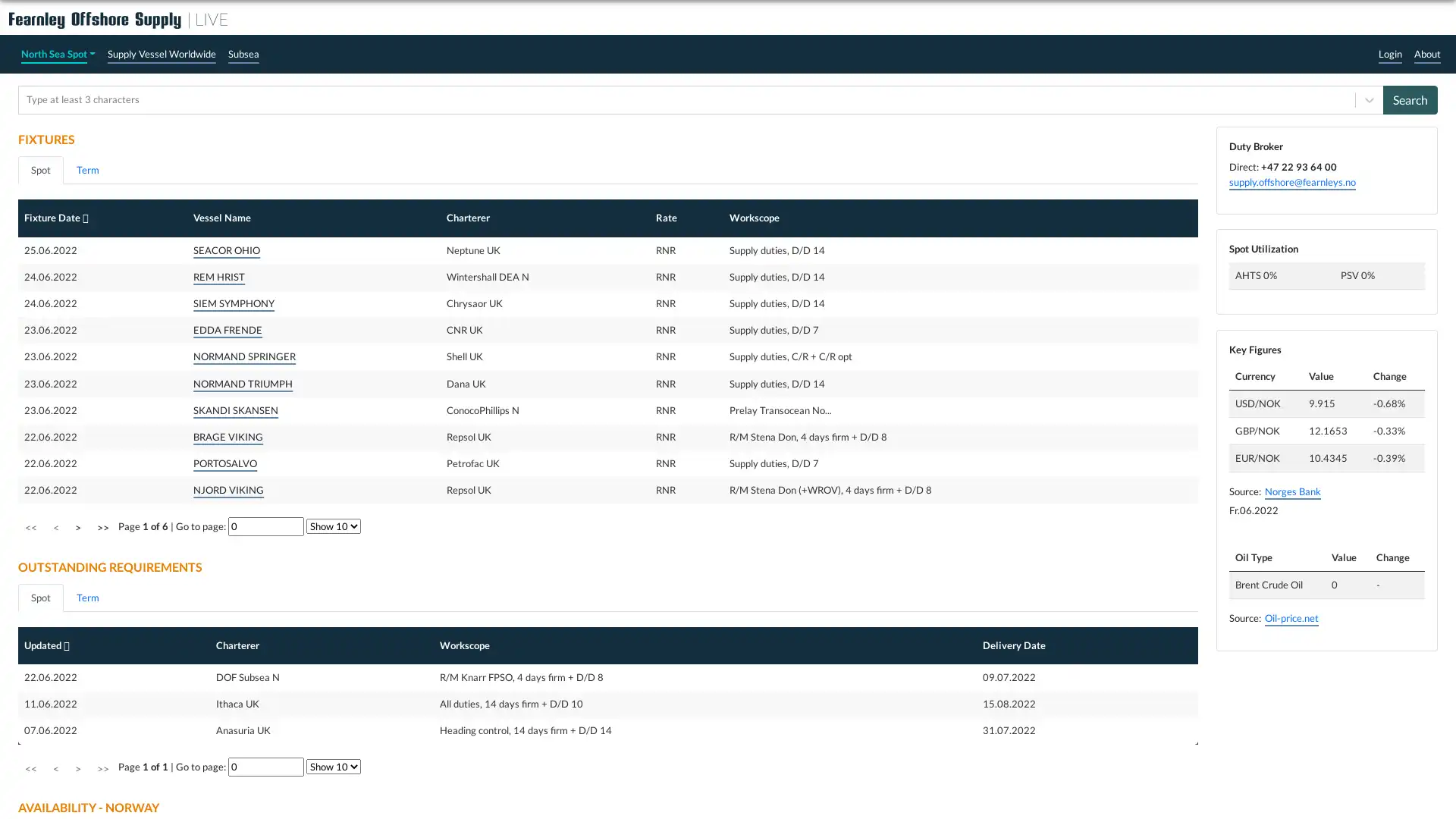 The image size is (1456, 819). Describe the element at coordinates (1410, 99) in the screenshot. I see `Search` at that location.